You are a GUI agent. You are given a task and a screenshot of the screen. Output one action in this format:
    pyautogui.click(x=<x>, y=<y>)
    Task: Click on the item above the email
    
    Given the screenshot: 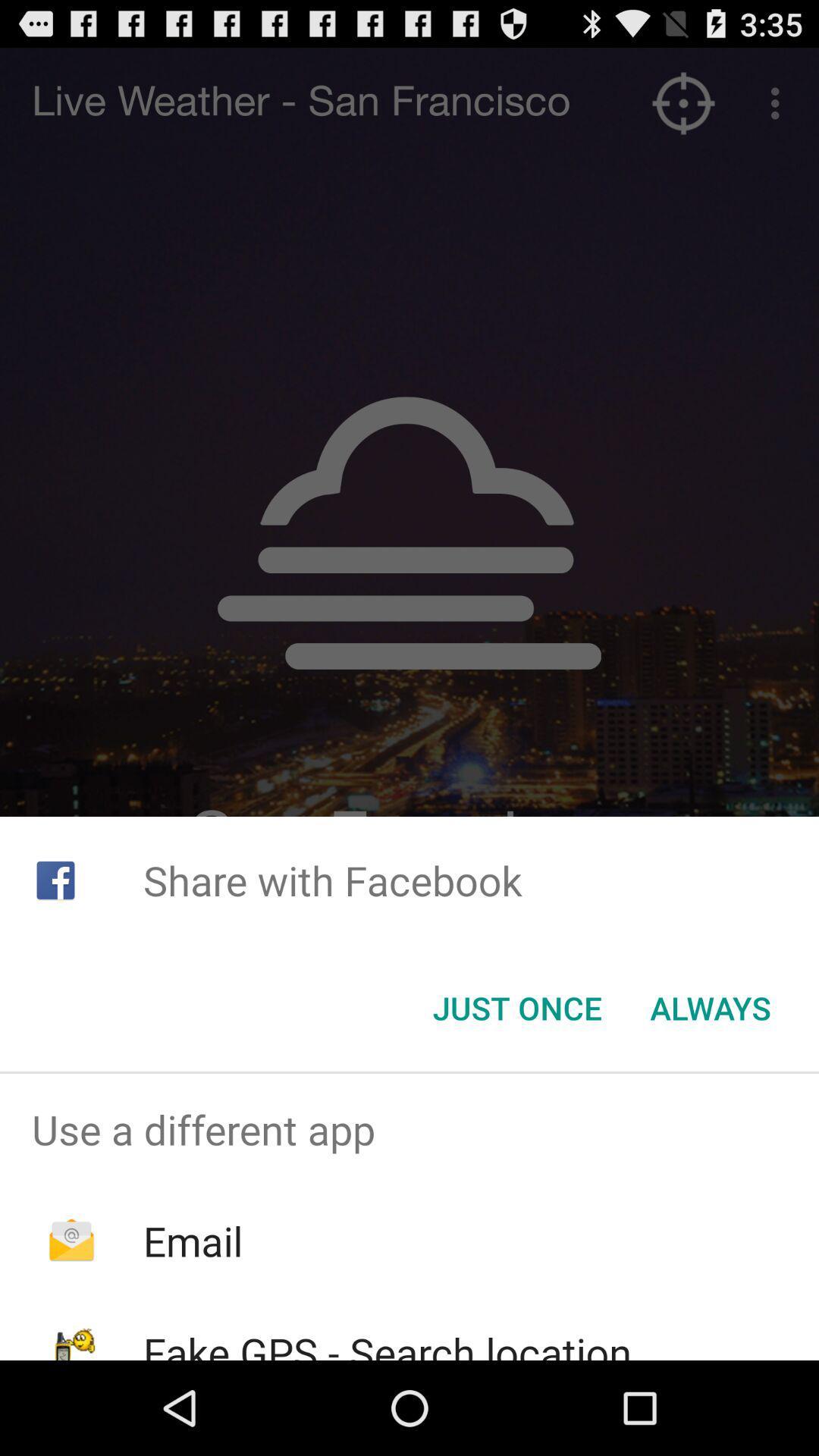 What is the action you would take?
    pyautogui.click(x=409, y=1129)
    